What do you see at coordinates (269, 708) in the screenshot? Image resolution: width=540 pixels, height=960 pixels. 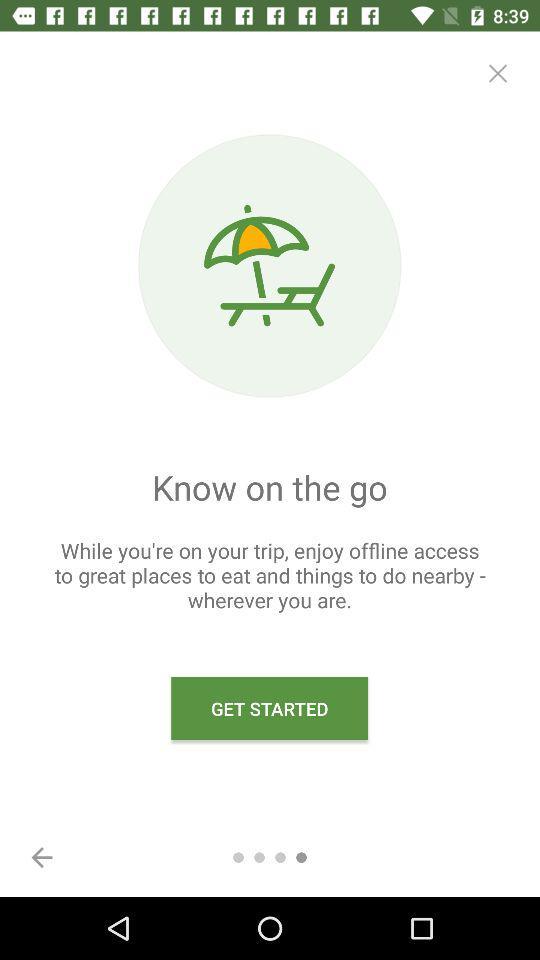 I see `the item below the while you re` at bounding box center [269, 708].